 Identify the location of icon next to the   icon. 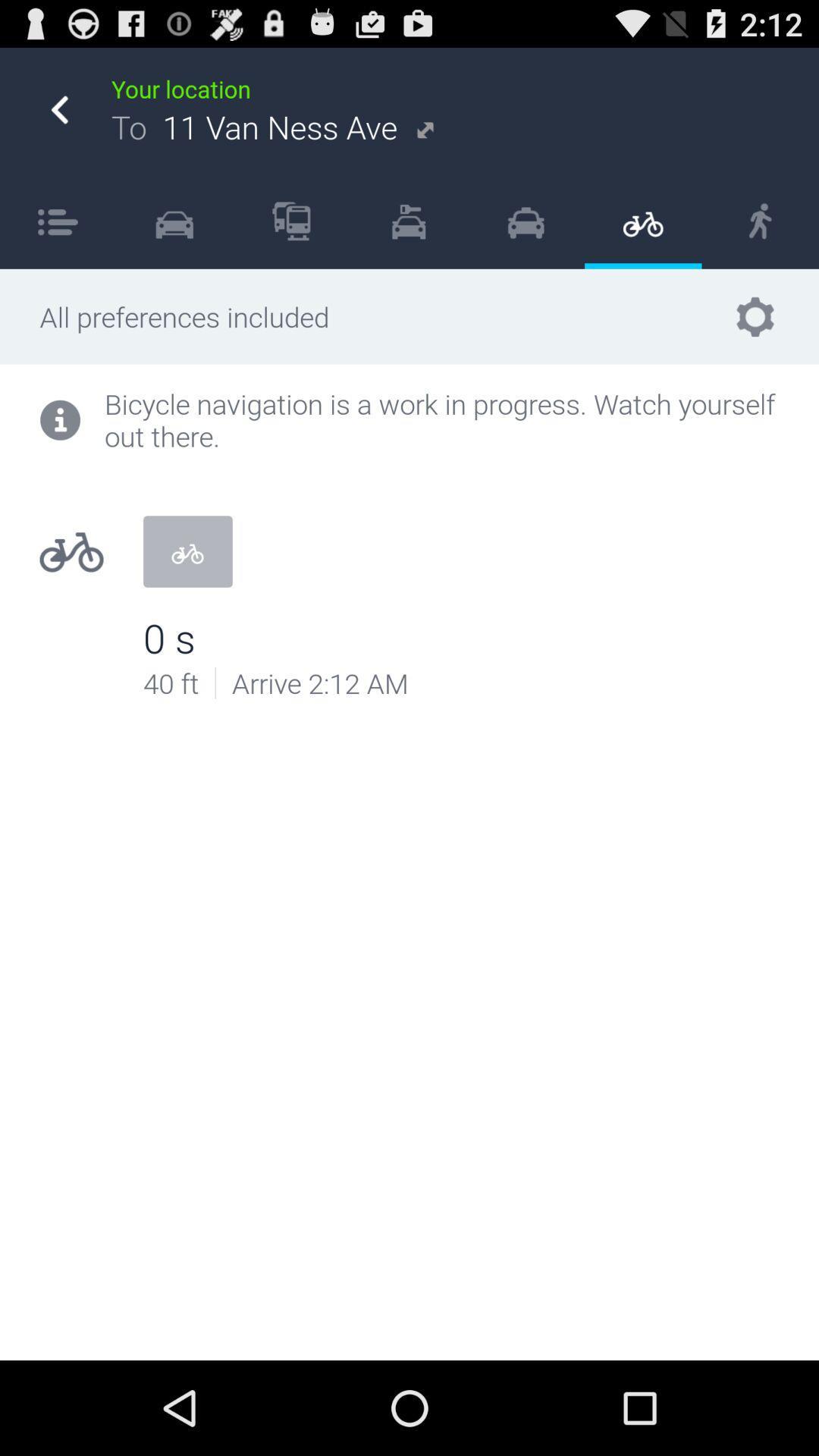
(57, 220).